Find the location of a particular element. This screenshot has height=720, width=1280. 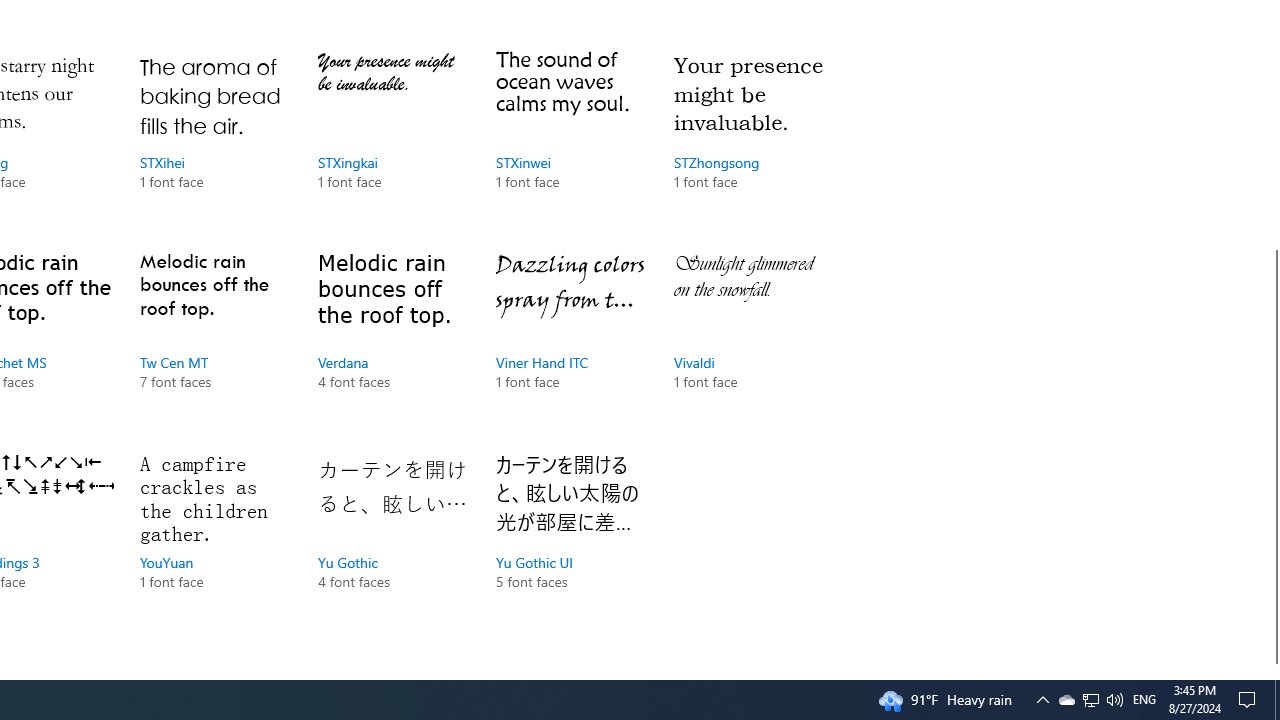

'Vertical Small Increase' is located at coordinates (1271, 671).